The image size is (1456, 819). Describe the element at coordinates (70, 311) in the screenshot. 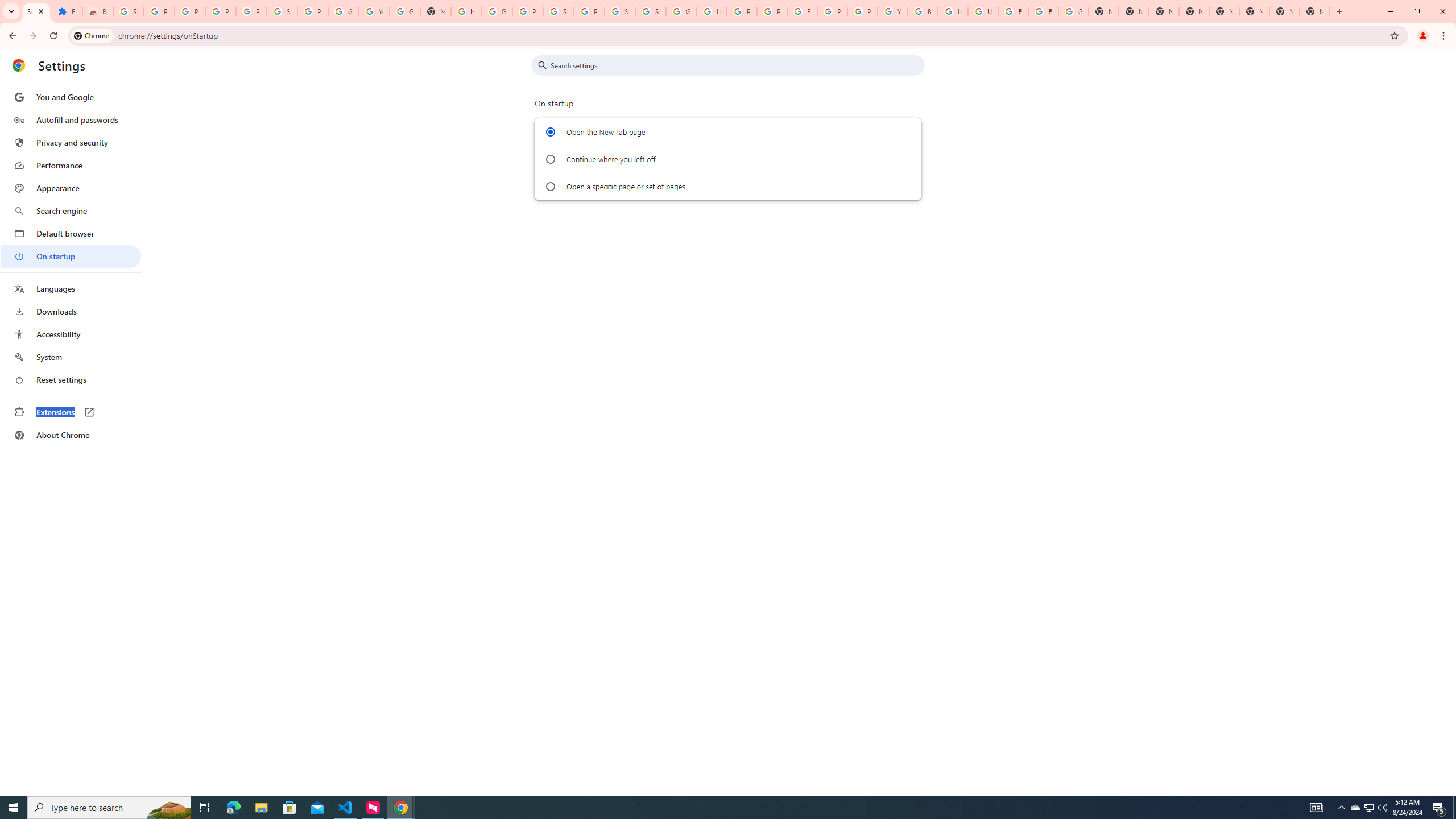

I see `'Downloads'` at that location.